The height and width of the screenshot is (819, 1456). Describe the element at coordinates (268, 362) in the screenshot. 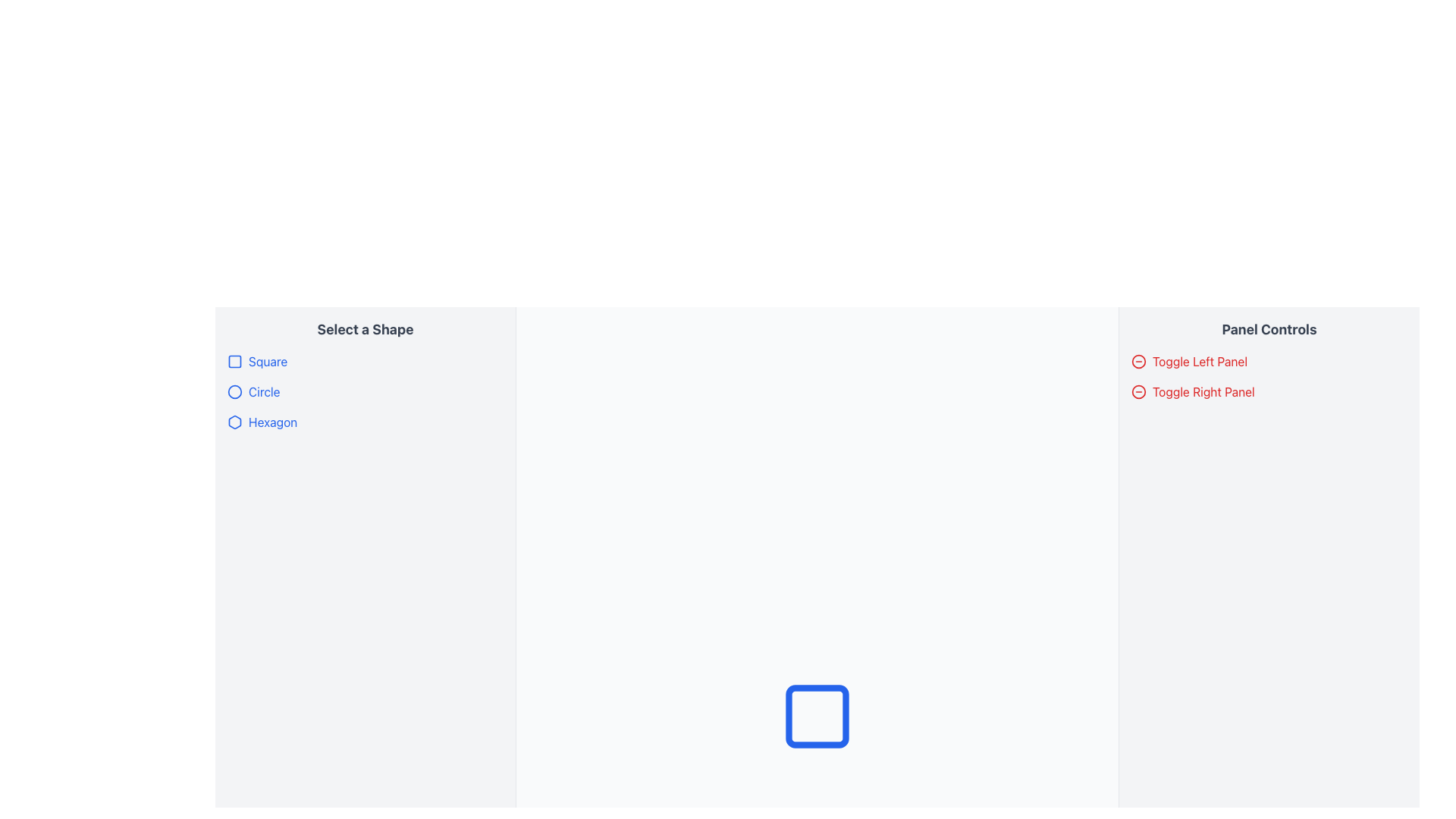

I see `text displayed in the blue font text label that says 'Square', located under the header 'Select a Shape' in the left pane, which is the first label in the list` at that location.